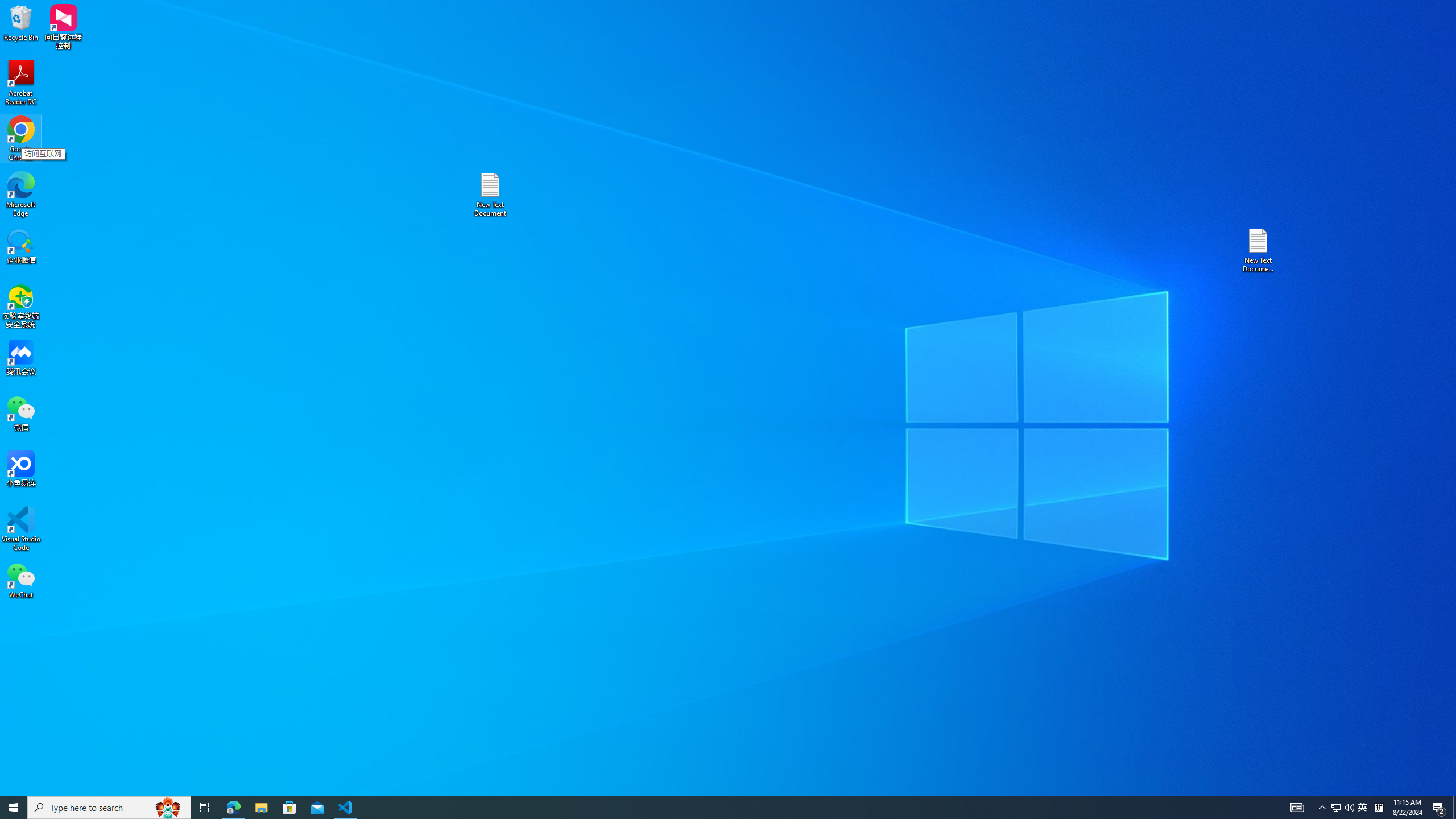 Image resolution: width=1456 pixels, height=819 pixels. I want to click on 'Visual Studio Code - 1 running window', so click(345, 806).